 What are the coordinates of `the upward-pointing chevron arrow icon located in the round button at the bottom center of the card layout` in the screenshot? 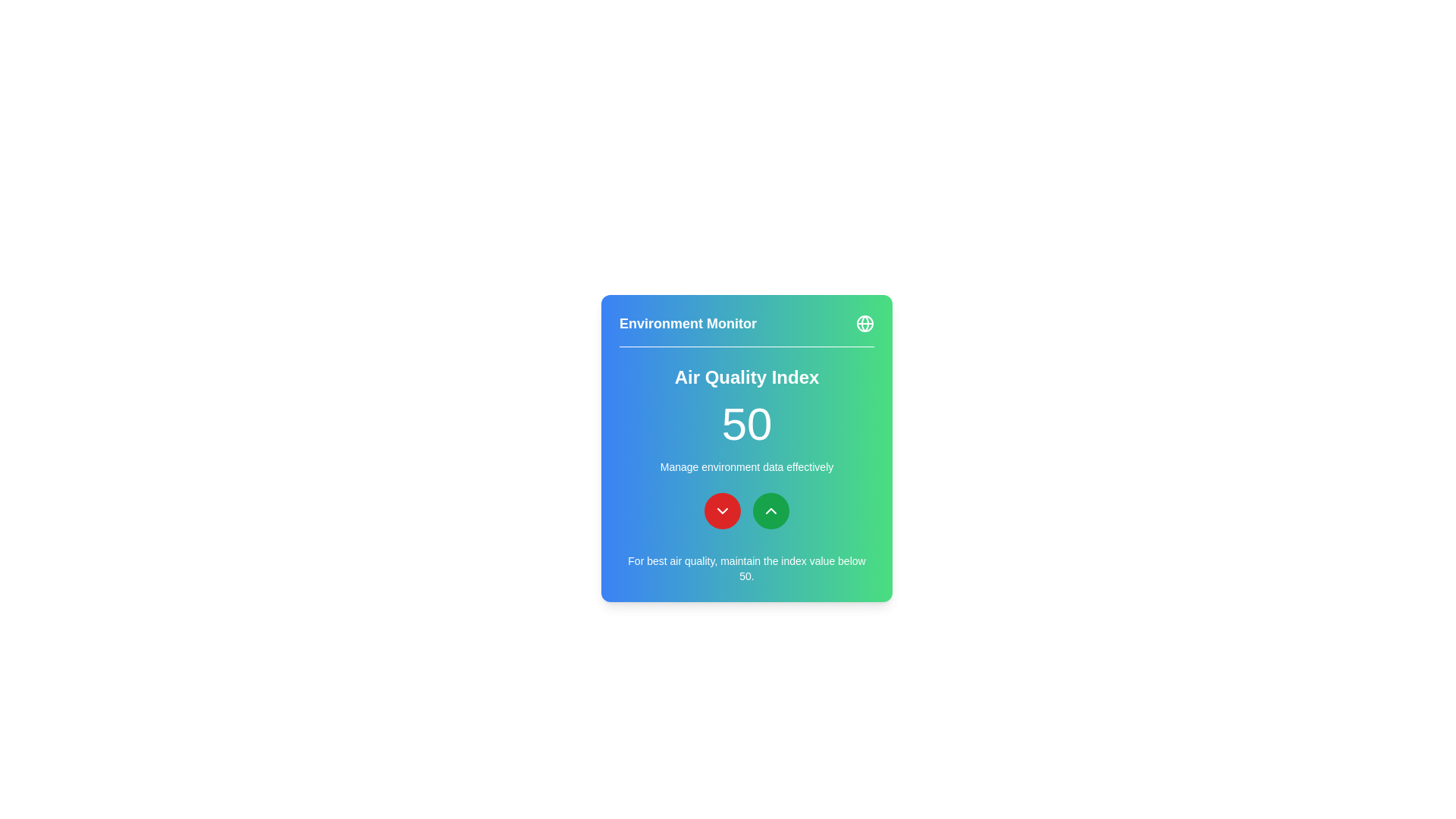 It's located at (771, 511).